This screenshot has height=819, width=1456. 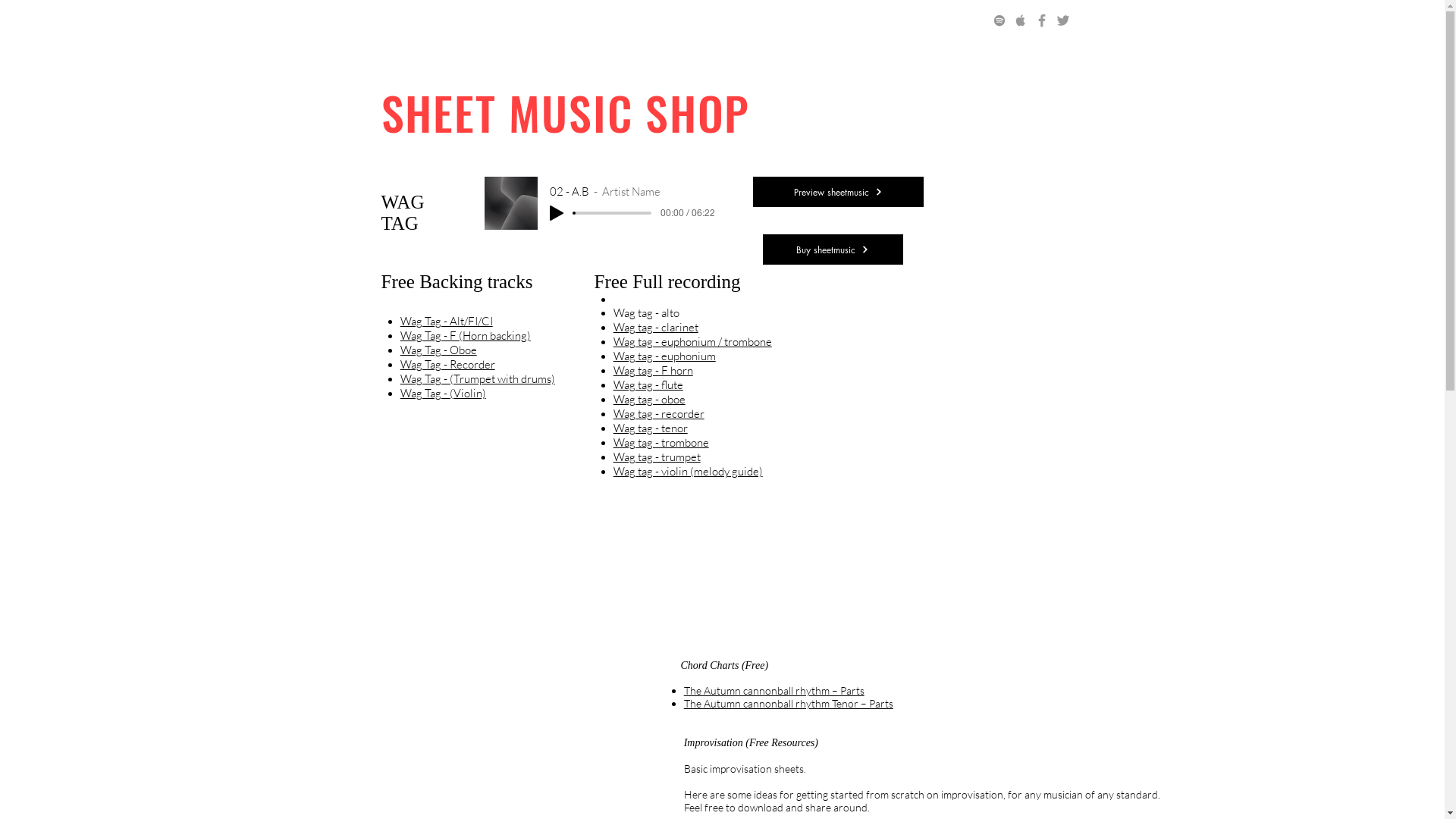 I want to click on 'Wag tag - flute', so click(x=648, y=384).